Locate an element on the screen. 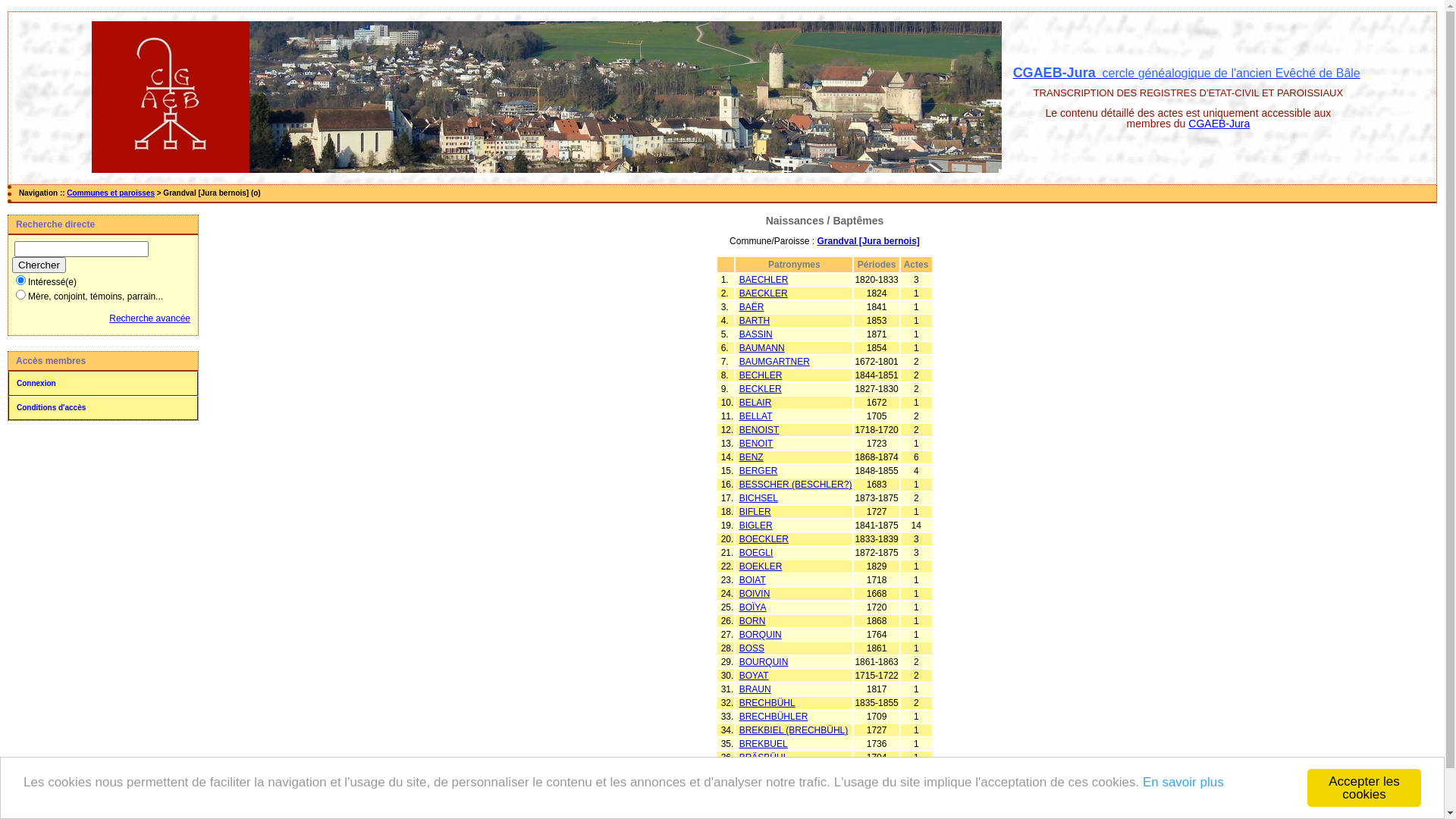 The width and height of the screenshot is (1456, 819). 'Connexion' is located at coordinates (8, 382).